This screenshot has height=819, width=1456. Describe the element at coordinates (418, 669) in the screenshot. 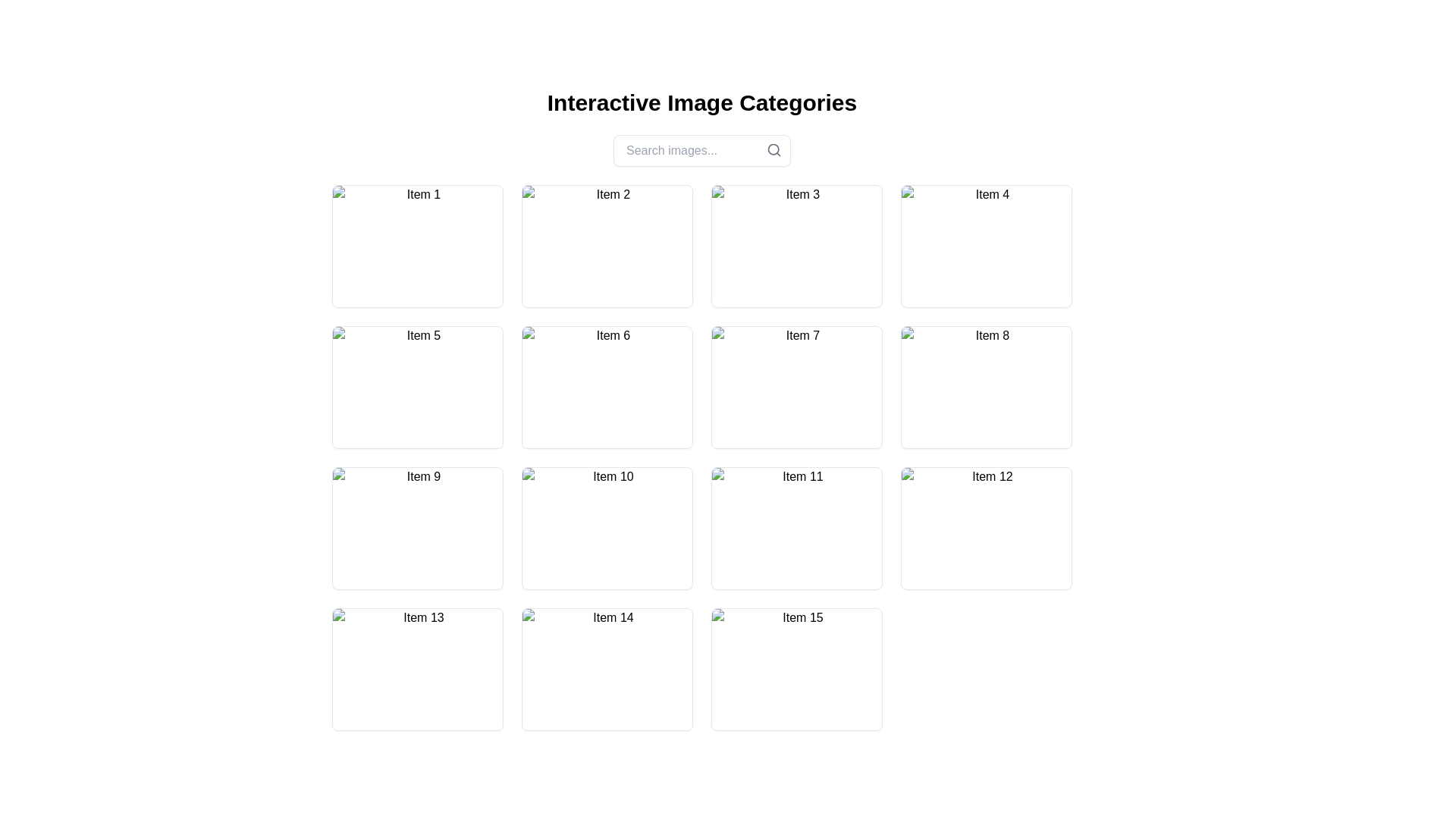

I see `the 'Nature' card, which serves as an entry point` at that location.